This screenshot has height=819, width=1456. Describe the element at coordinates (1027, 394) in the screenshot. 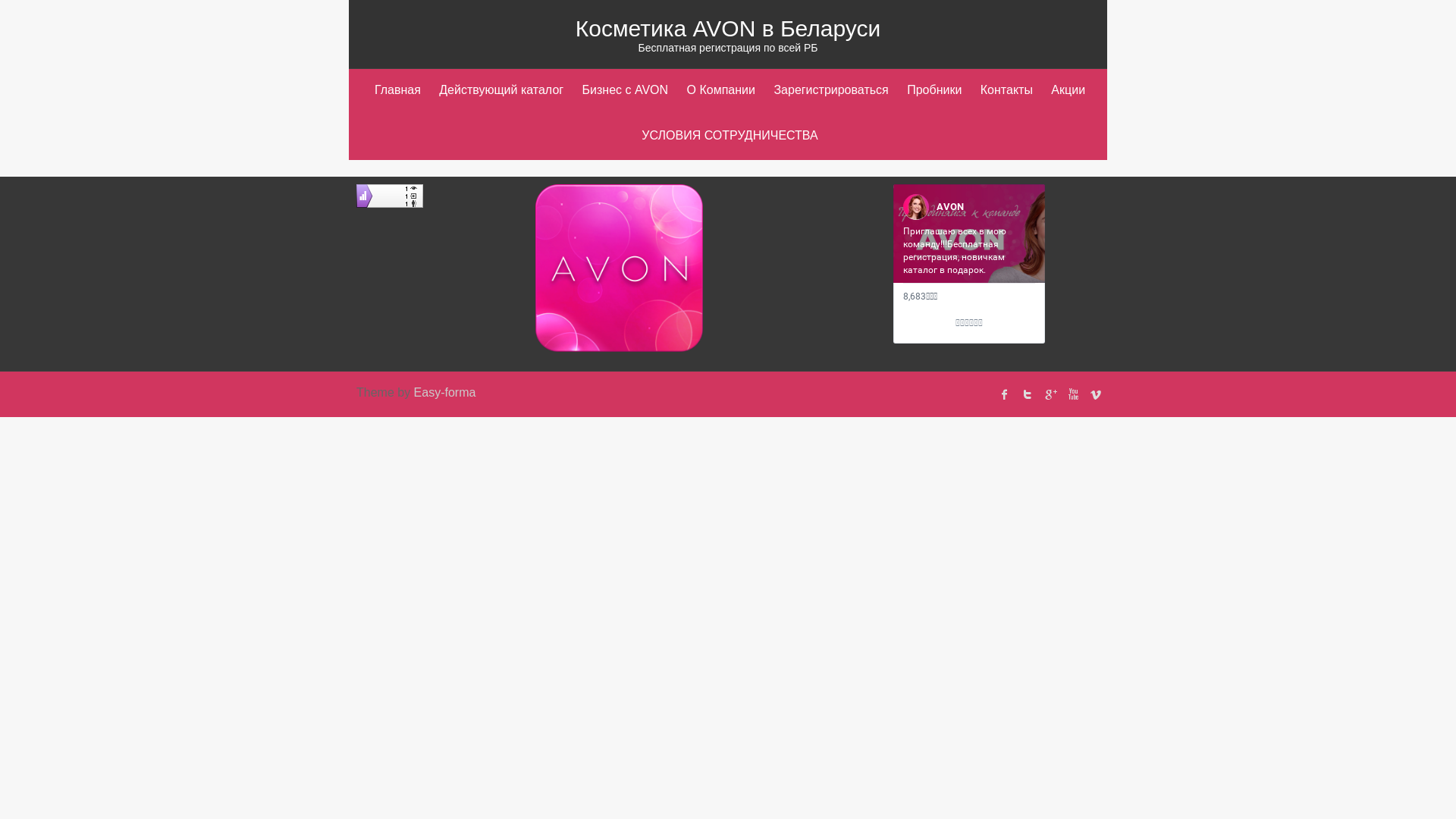

I see `'twitter'` at that location.